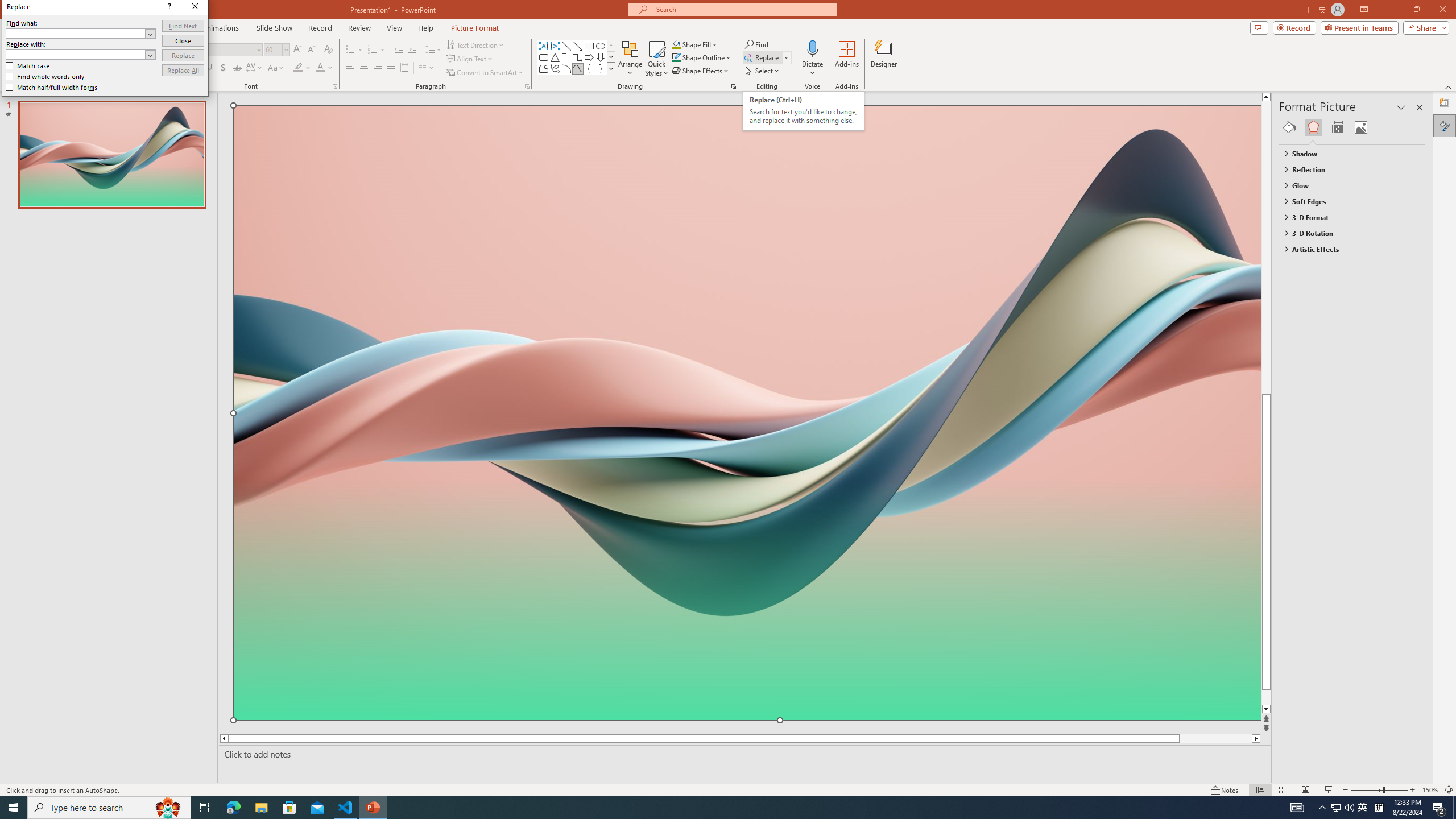 The height and width of the screenshot is (819, 1456). I want to click on 'Close', so click(183, 41).